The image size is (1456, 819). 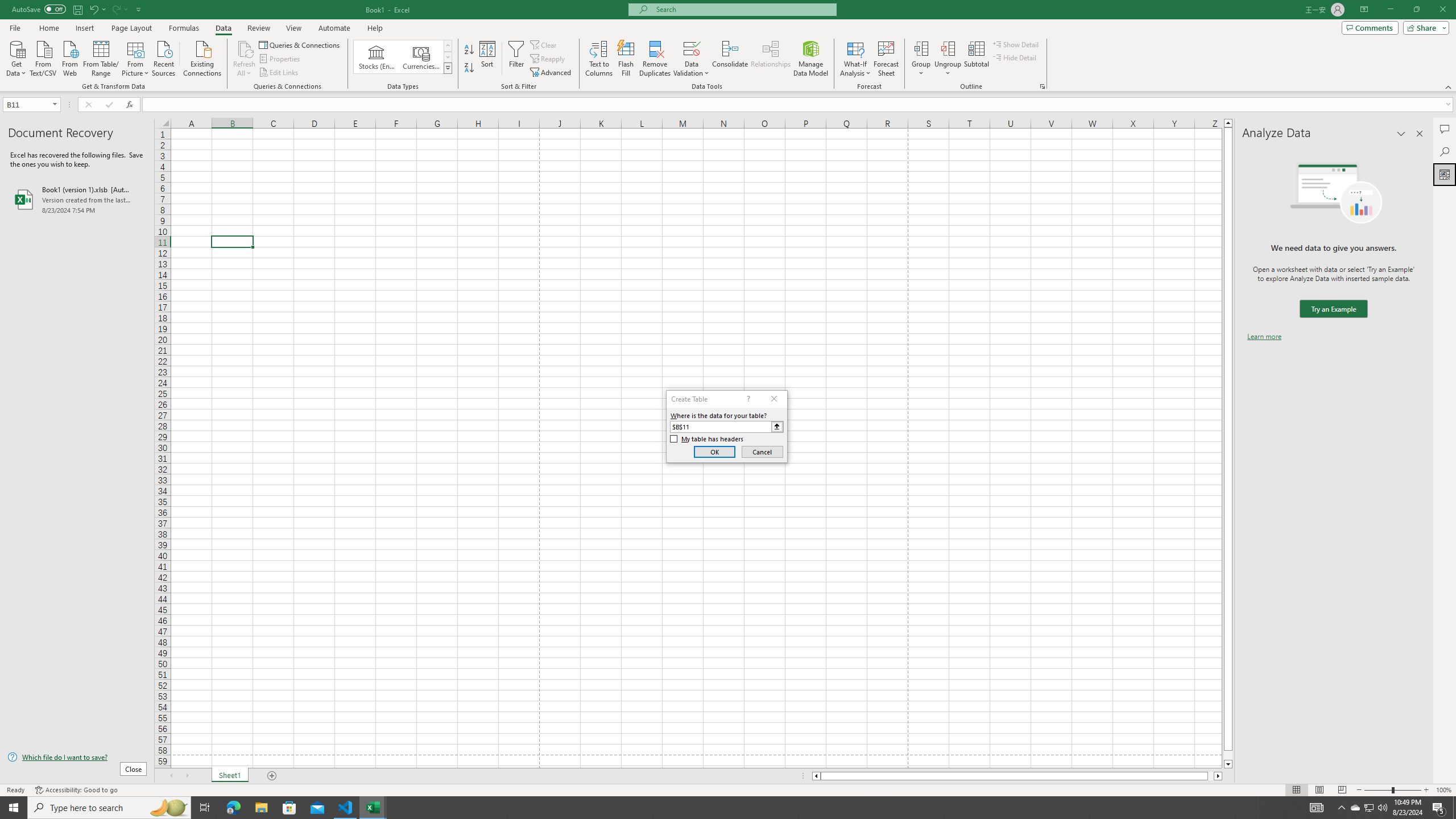 What do you see at coordinates (855, 59) in the screenshot?
I see `'What-If Analysis'` at bounding box center [855, 59].